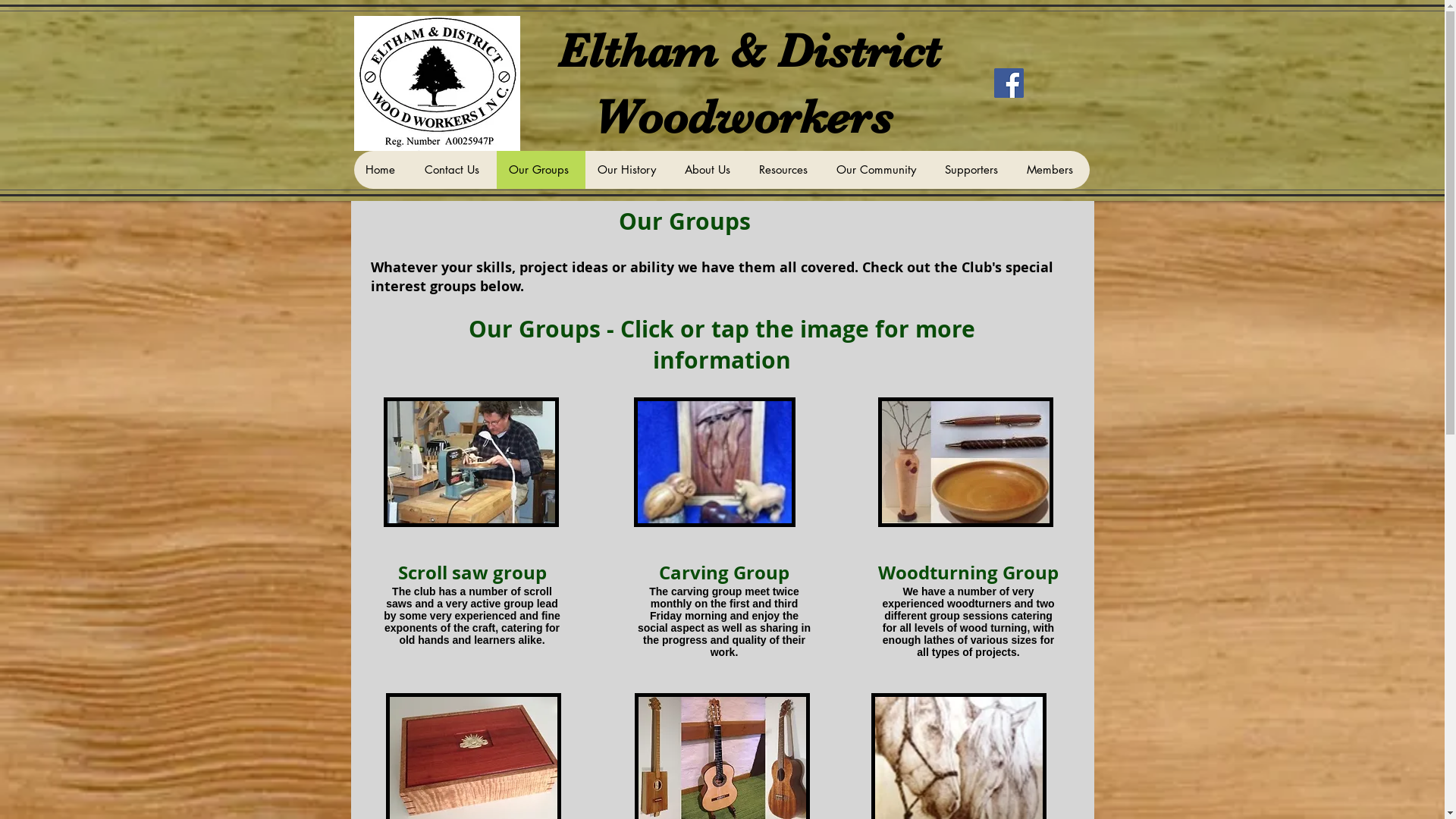 The width and height of the screenshot is (1456, 819). I want to click on 'Contact Us', so click(453, 169).